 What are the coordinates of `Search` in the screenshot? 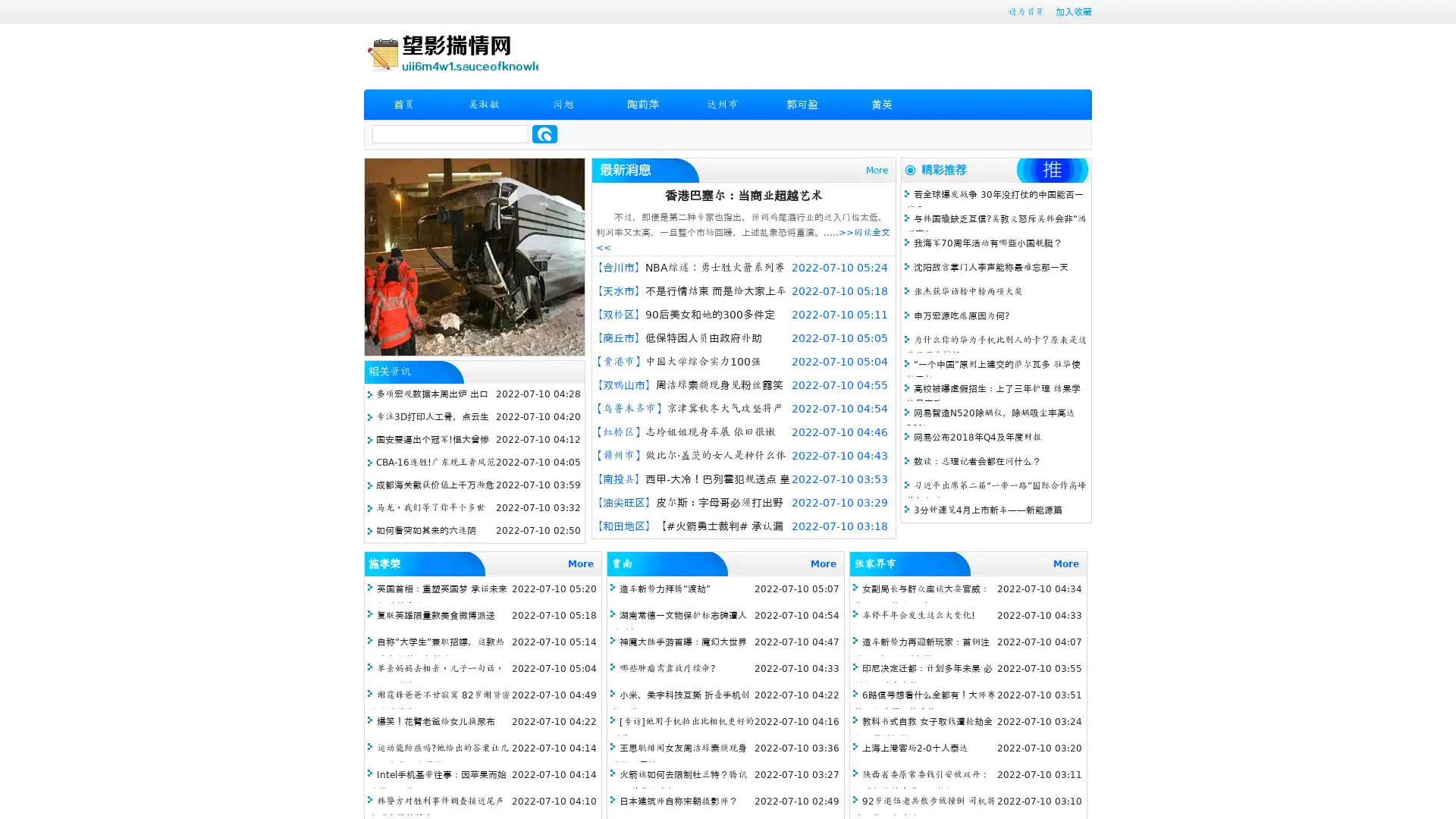 It's located at (544, 133).